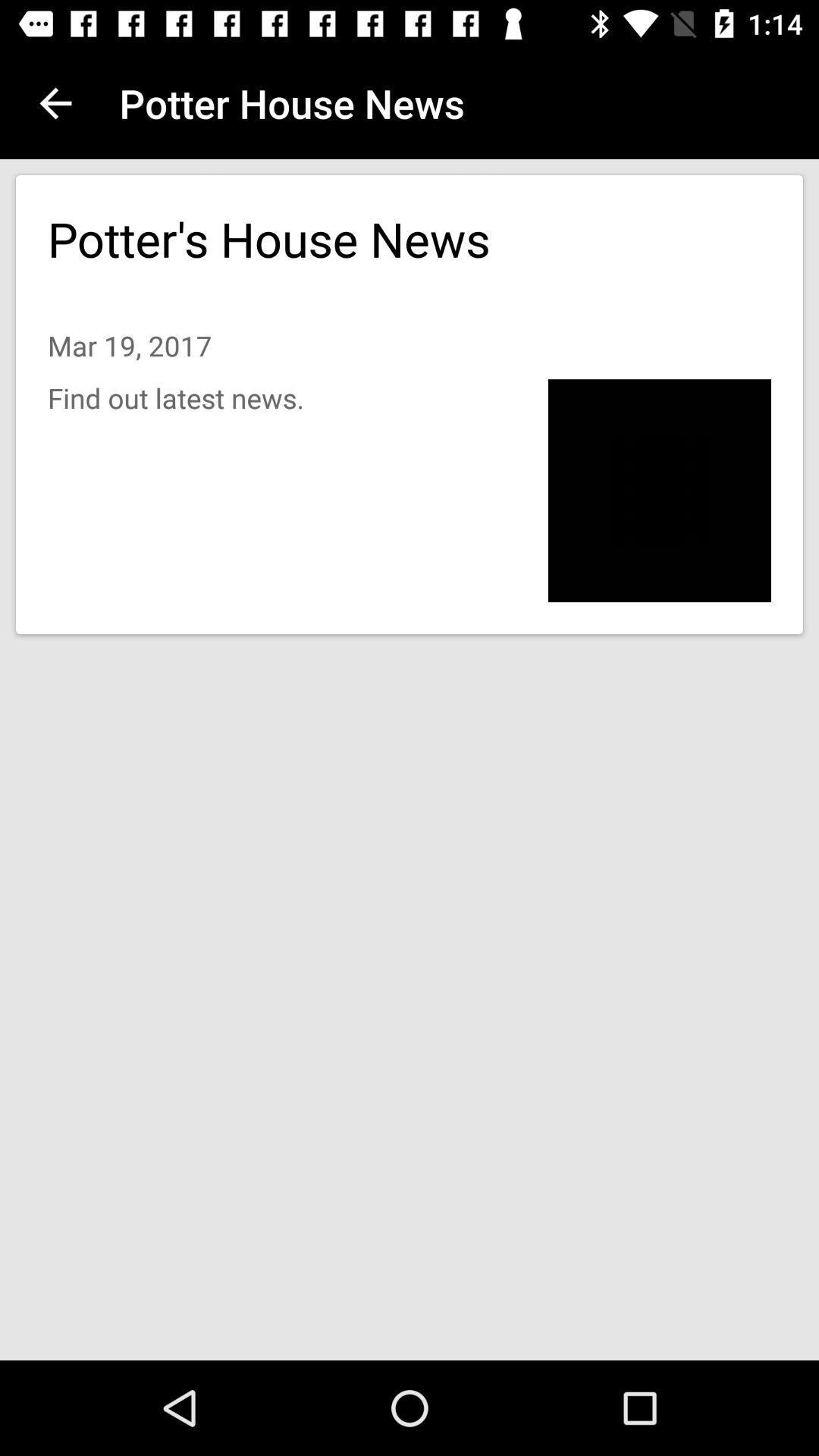 Image resolution: width=819 pixels, height=1456 pixels. Describe the element at coordinates (55, 102) in the screenshot. I see `the item next to the potter house news icon` at that location.